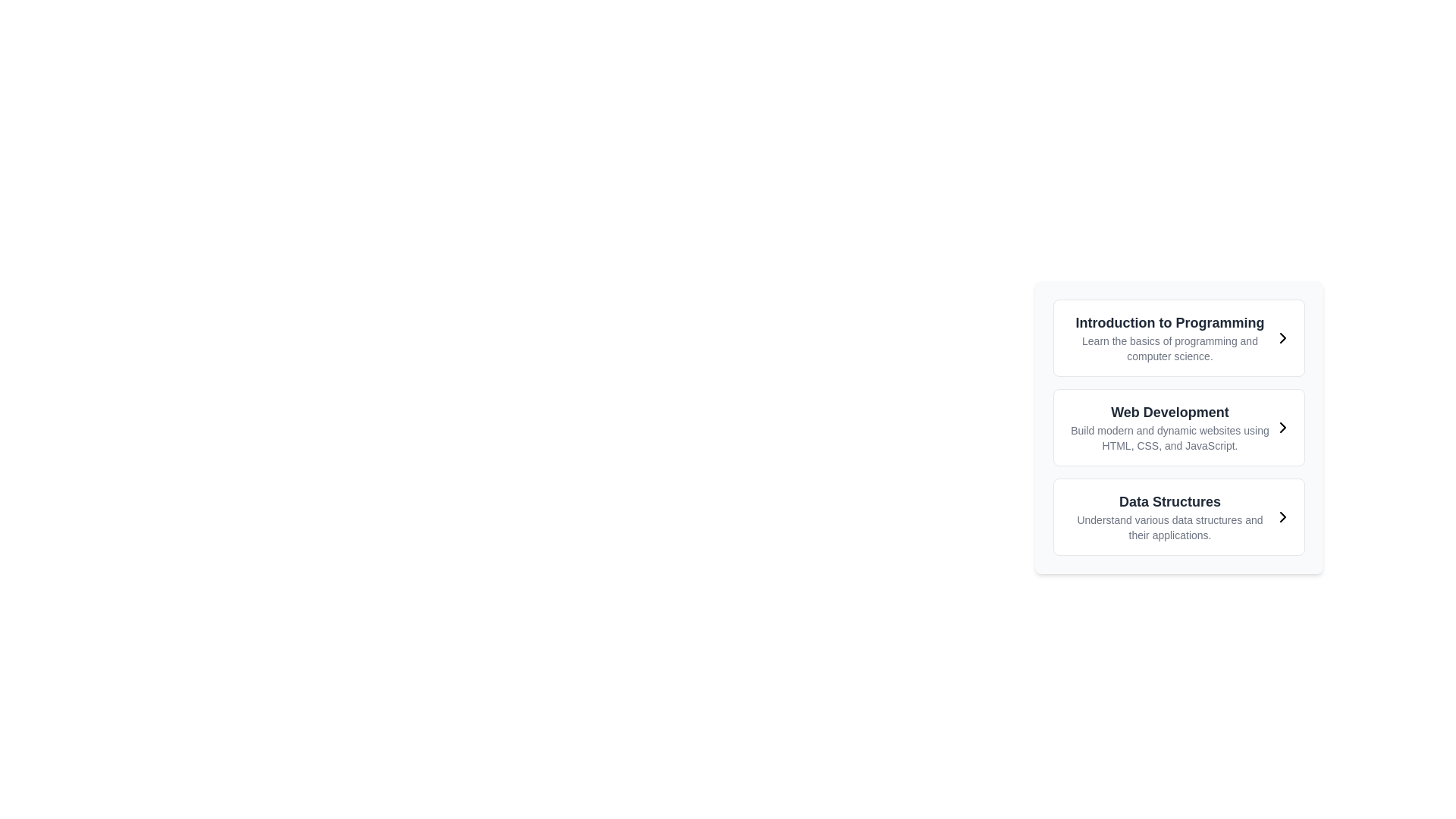  What do you see at coordinates (1169, 427) in the screenshot?
I see `the second informational item in the vertical list, which provides an overview of 'Web Development'` at bounding box center [1169, 427].